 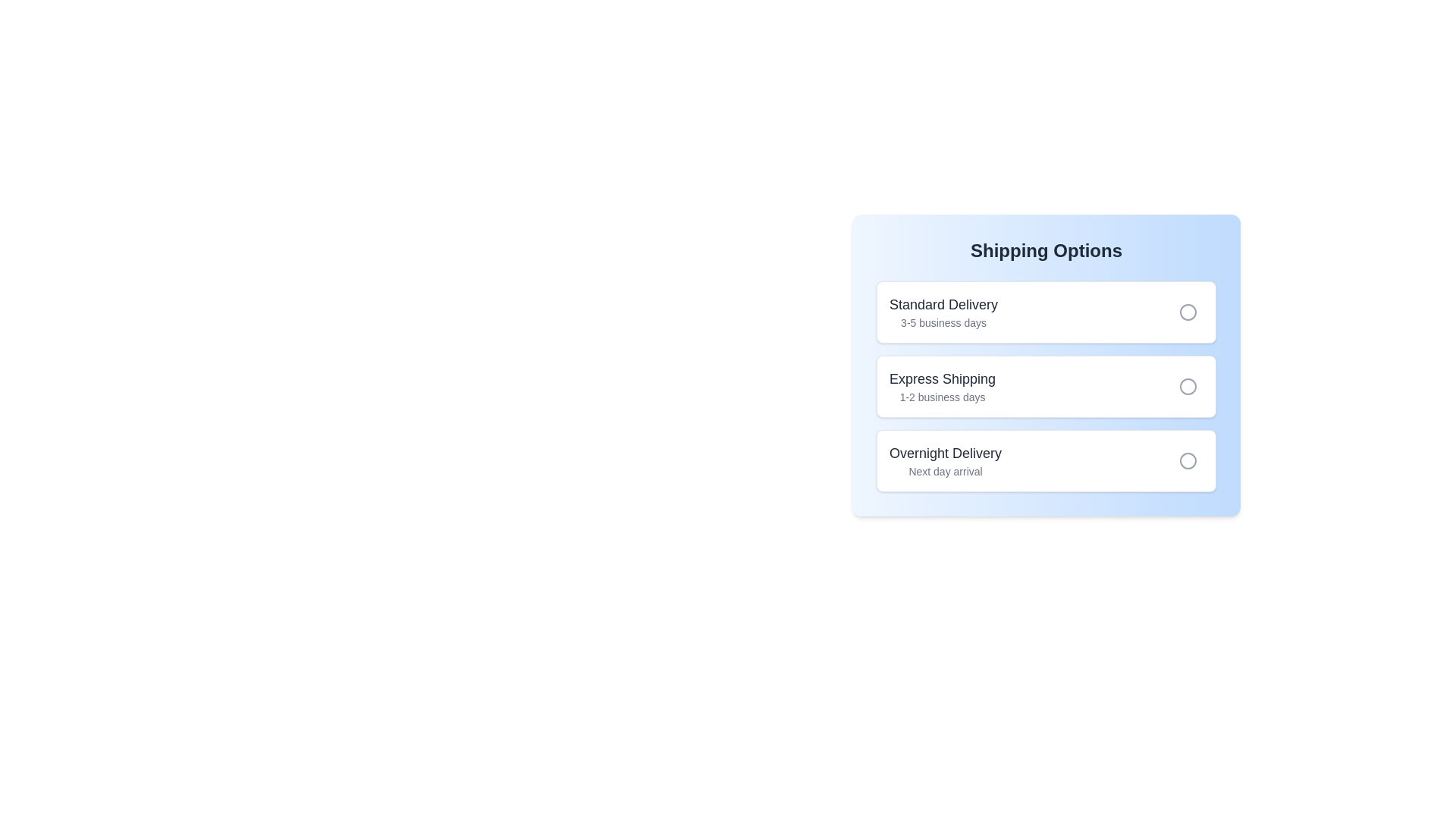 I want to click on the 'Standard Delivery' text label, so click(x=943, y=312).